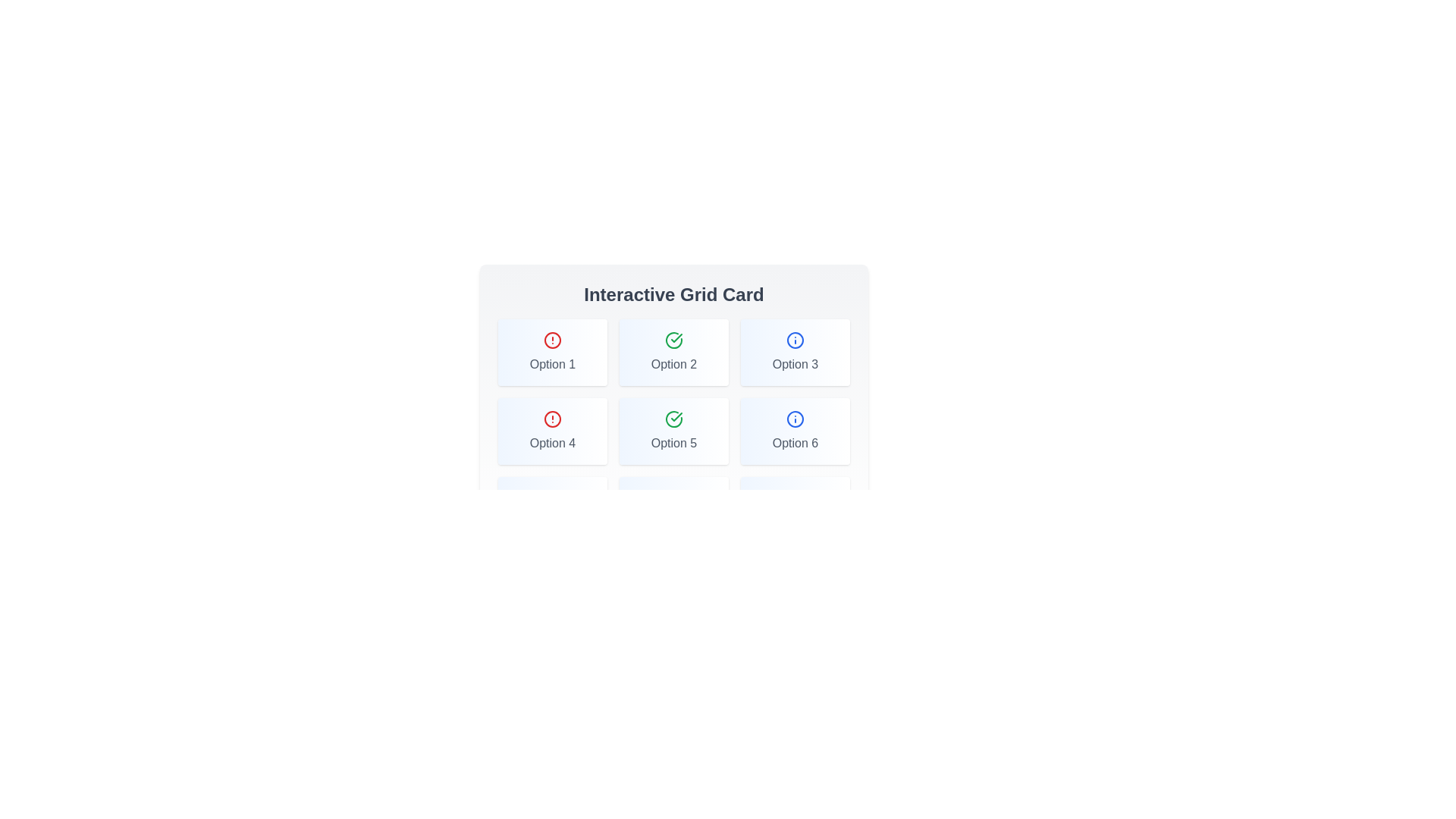 Image resolution: width=1456 pixels, height=819 pixels. I want to click on the alert symbol icon located in the card labeled 'Option 4', which is centrally placed above the text 'Option 4', so click(552, 419).